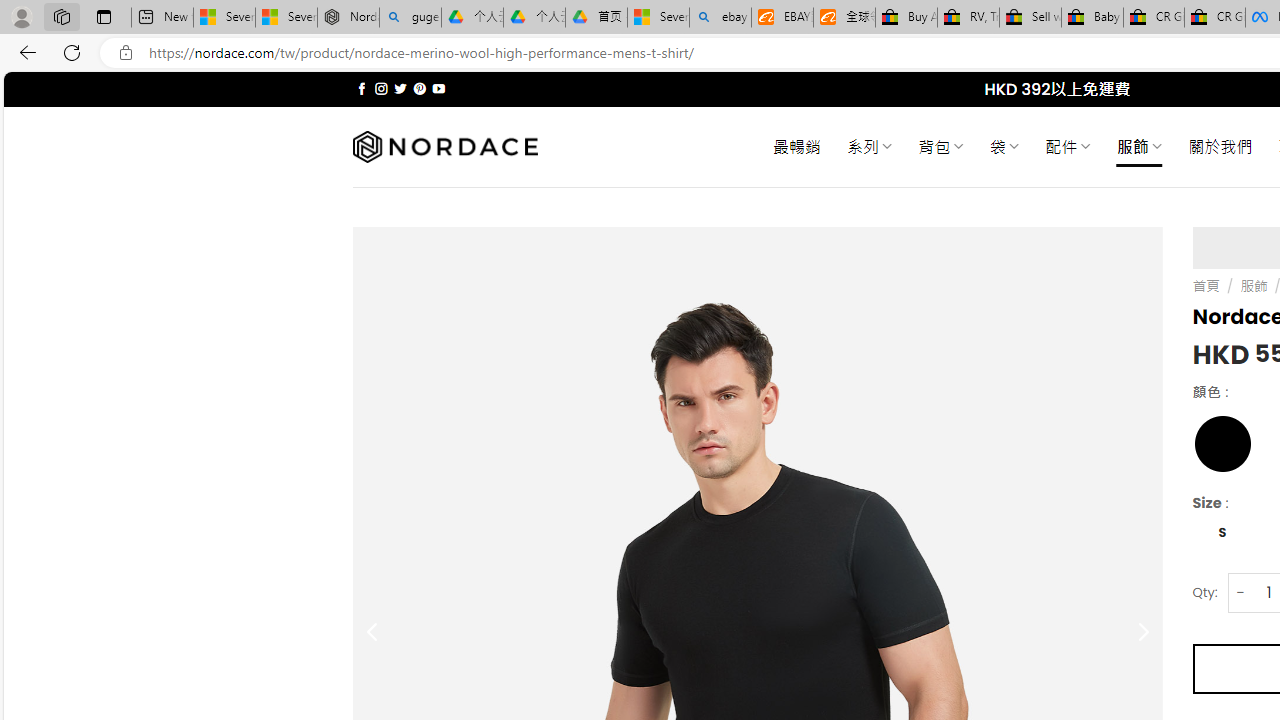  I want to click on 'Follow on YouTube', so click(438, 88).